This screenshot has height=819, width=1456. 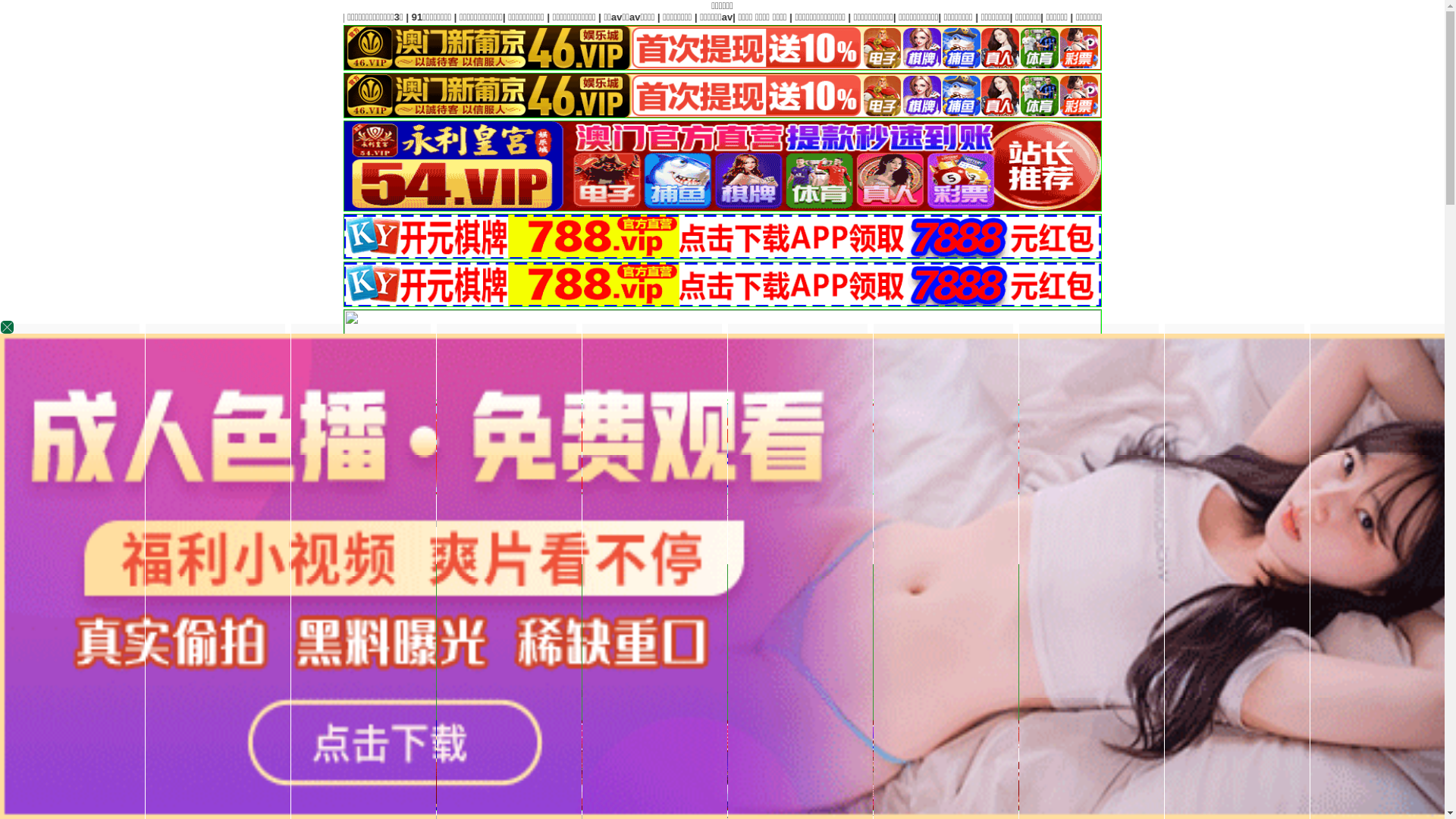 What do you see at coordinates (1145, 522) in the screenshot?
I see `'www.hehui888.com'` at bounding box center [1145, 522].